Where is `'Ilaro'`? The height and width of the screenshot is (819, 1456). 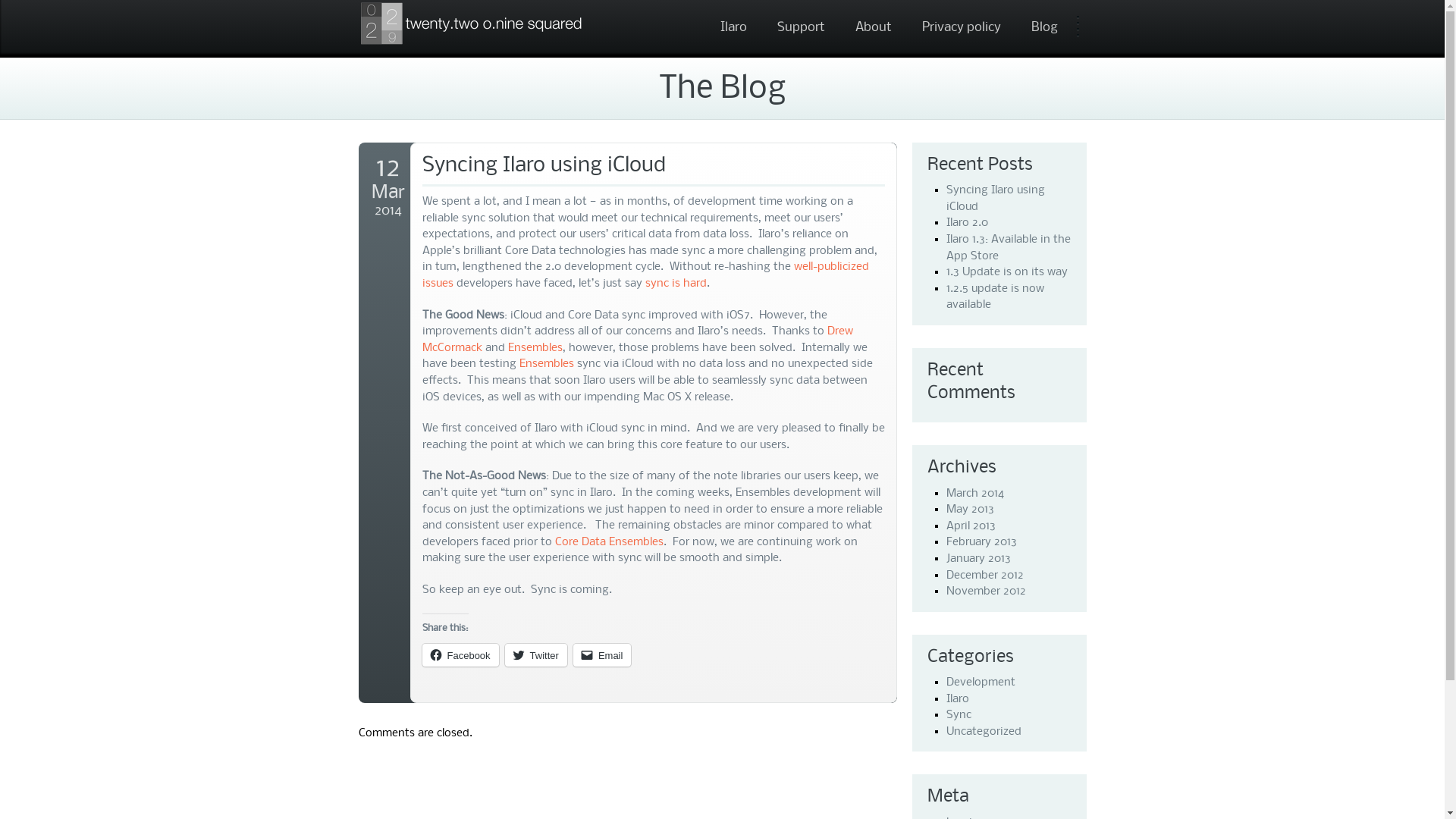
'Ilaro' is located at coordinates (708, 27).